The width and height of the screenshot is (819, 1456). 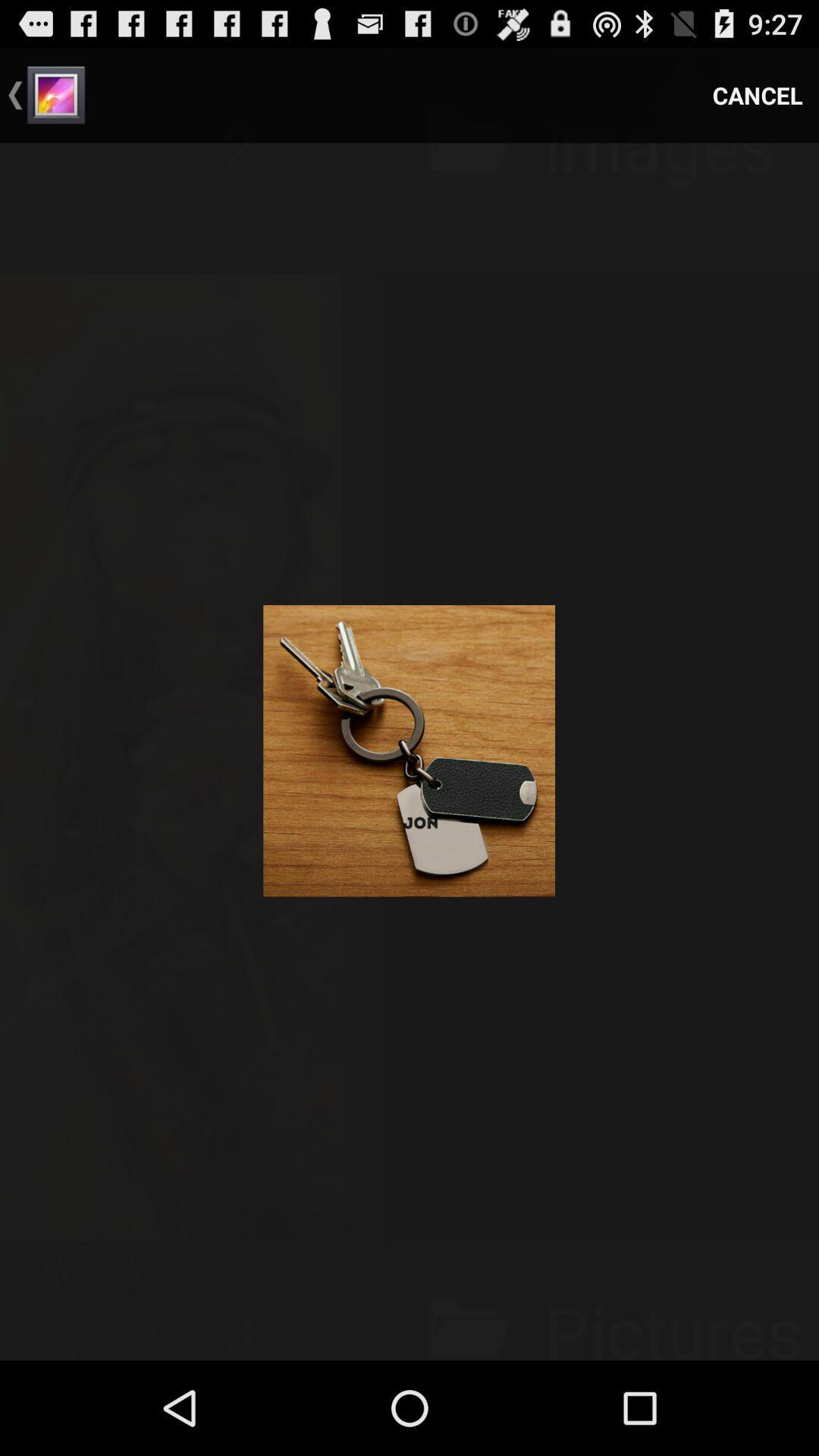 What do you see at coordinates (758, 94) in the screenshot?
I see `cancel icon` at bounding box center [758, 94].